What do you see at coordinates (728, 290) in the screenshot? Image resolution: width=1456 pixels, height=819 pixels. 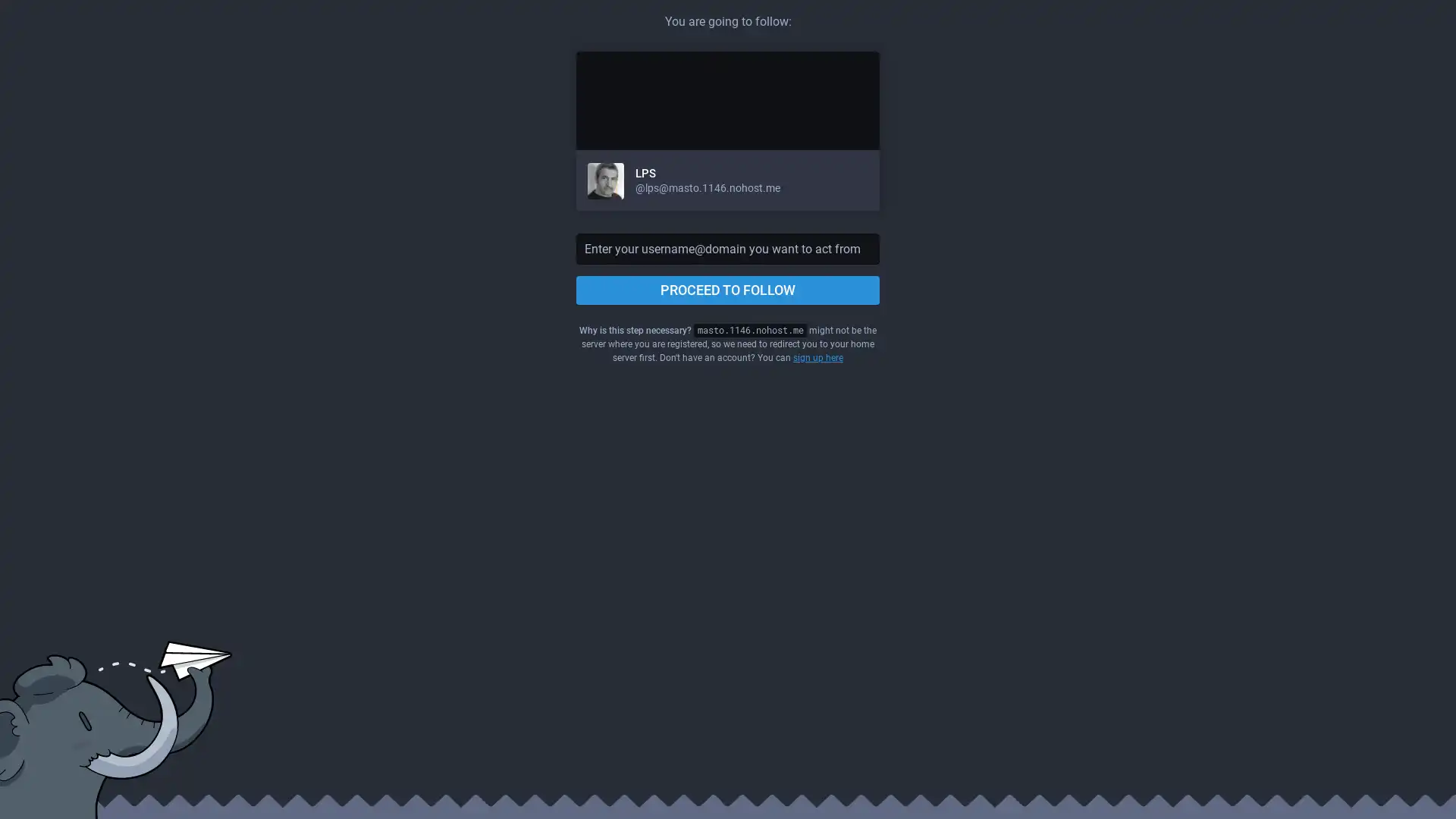 I see `PROCEED TO FOLLOW` at bounding box center [728, 290].